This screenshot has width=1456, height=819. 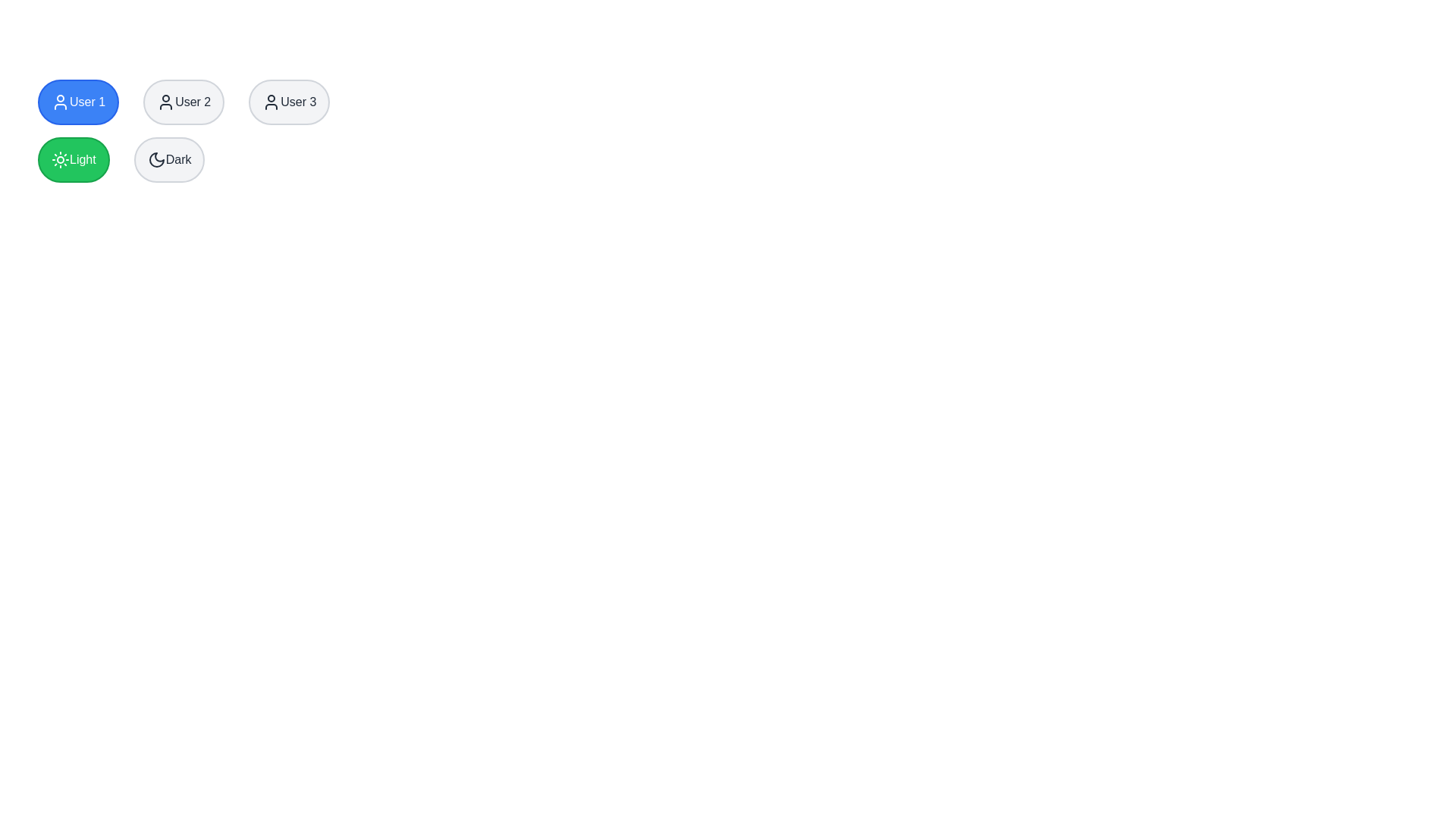 I want to click on the moon-like icon which is part of the 'Dark' button, located in the second row of the interface, so click(x=156, y=160).